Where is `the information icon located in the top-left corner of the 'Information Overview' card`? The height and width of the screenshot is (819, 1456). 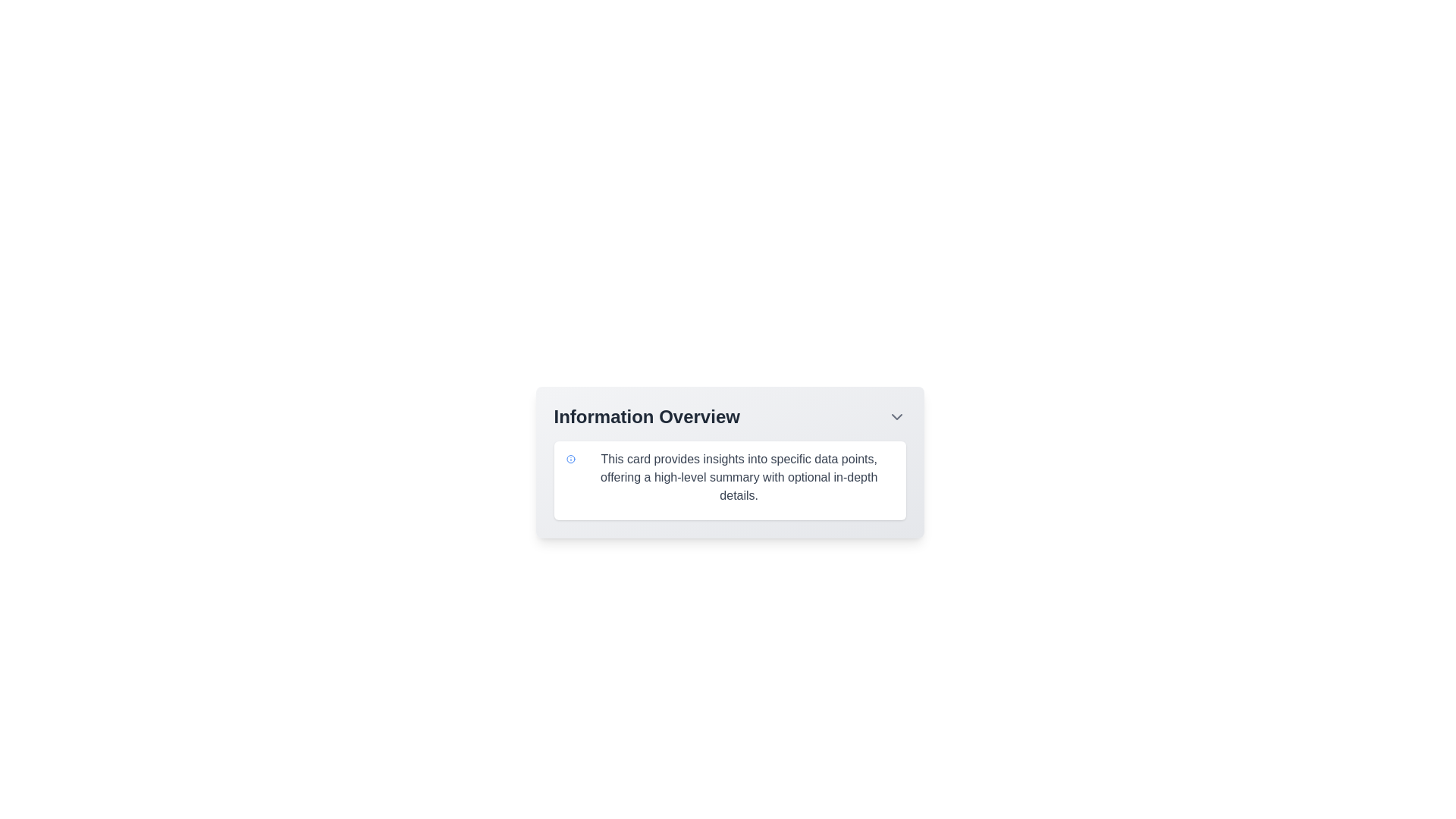 the information icon located in the top-left corner of the 'Information Overview' card is located at coordinates (570, 458).